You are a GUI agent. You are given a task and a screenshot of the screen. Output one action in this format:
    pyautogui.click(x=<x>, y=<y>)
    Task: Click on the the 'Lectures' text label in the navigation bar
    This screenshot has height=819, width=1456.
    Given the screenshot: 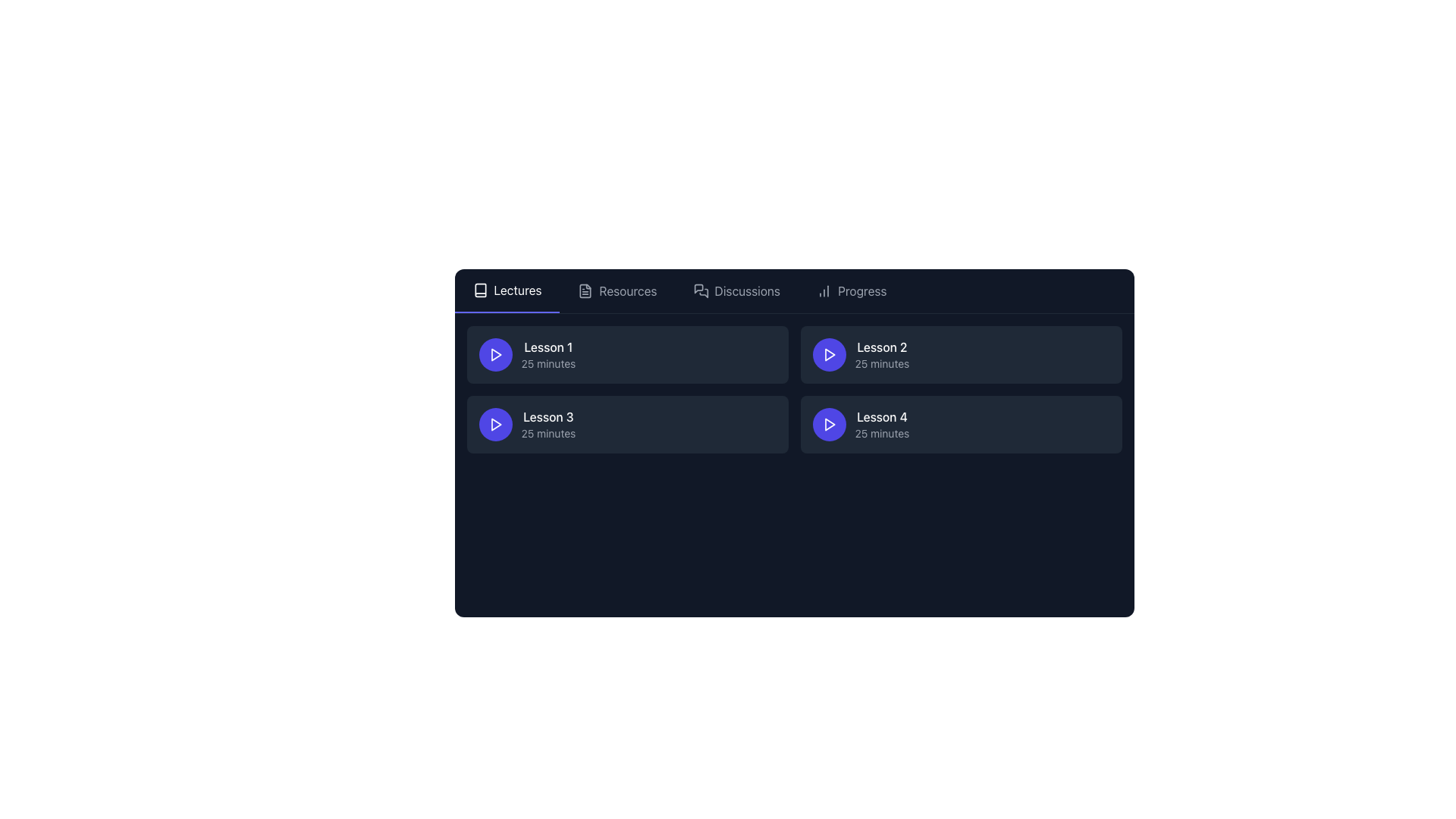 What is the action you would take?
    pyautogui.click(x=517, y=290)
    